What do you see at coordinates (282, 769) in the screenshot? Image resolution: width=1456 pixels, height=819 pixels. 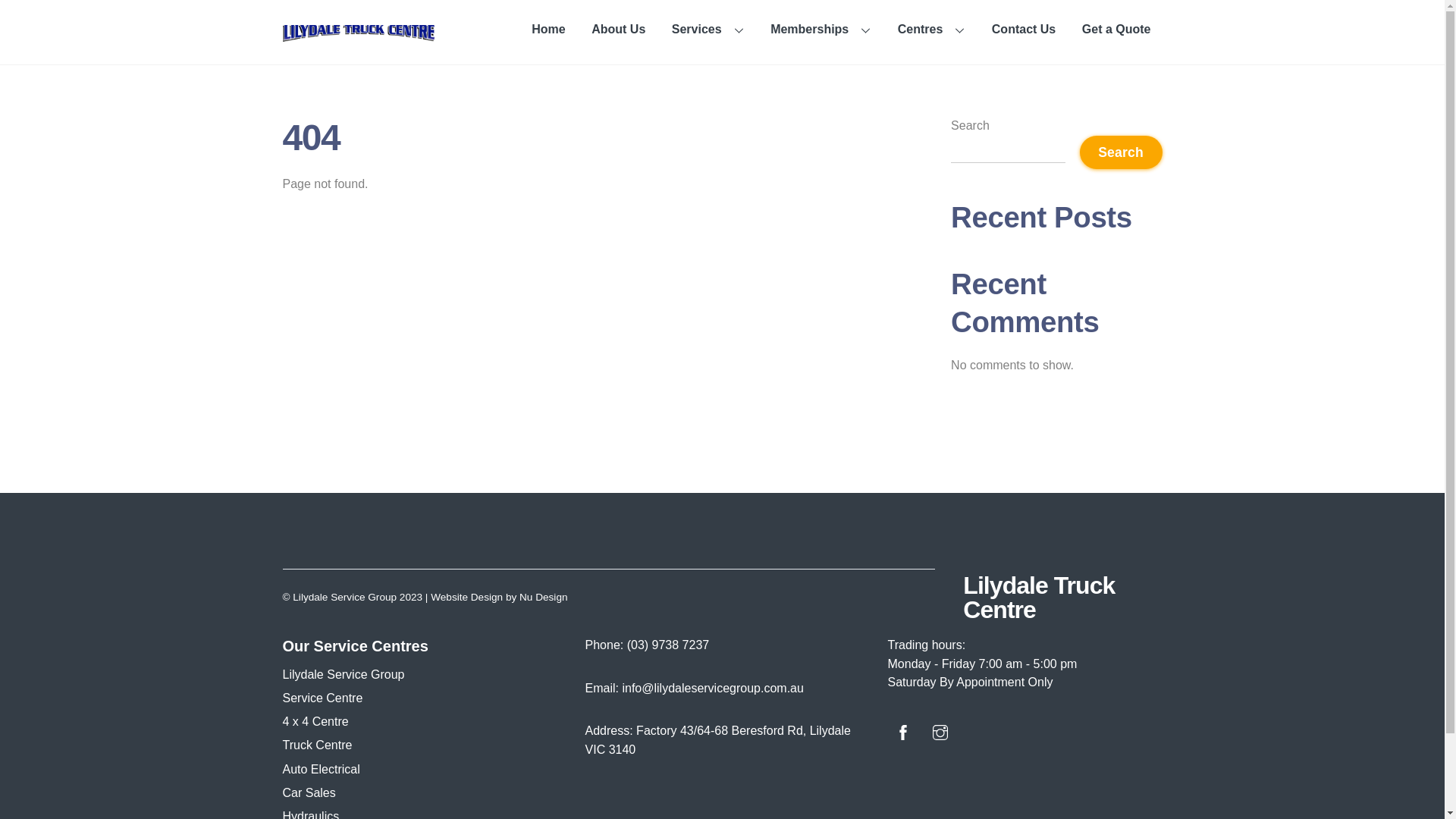 I see `'Auto Electrical'` at bounding box center [282, 769].